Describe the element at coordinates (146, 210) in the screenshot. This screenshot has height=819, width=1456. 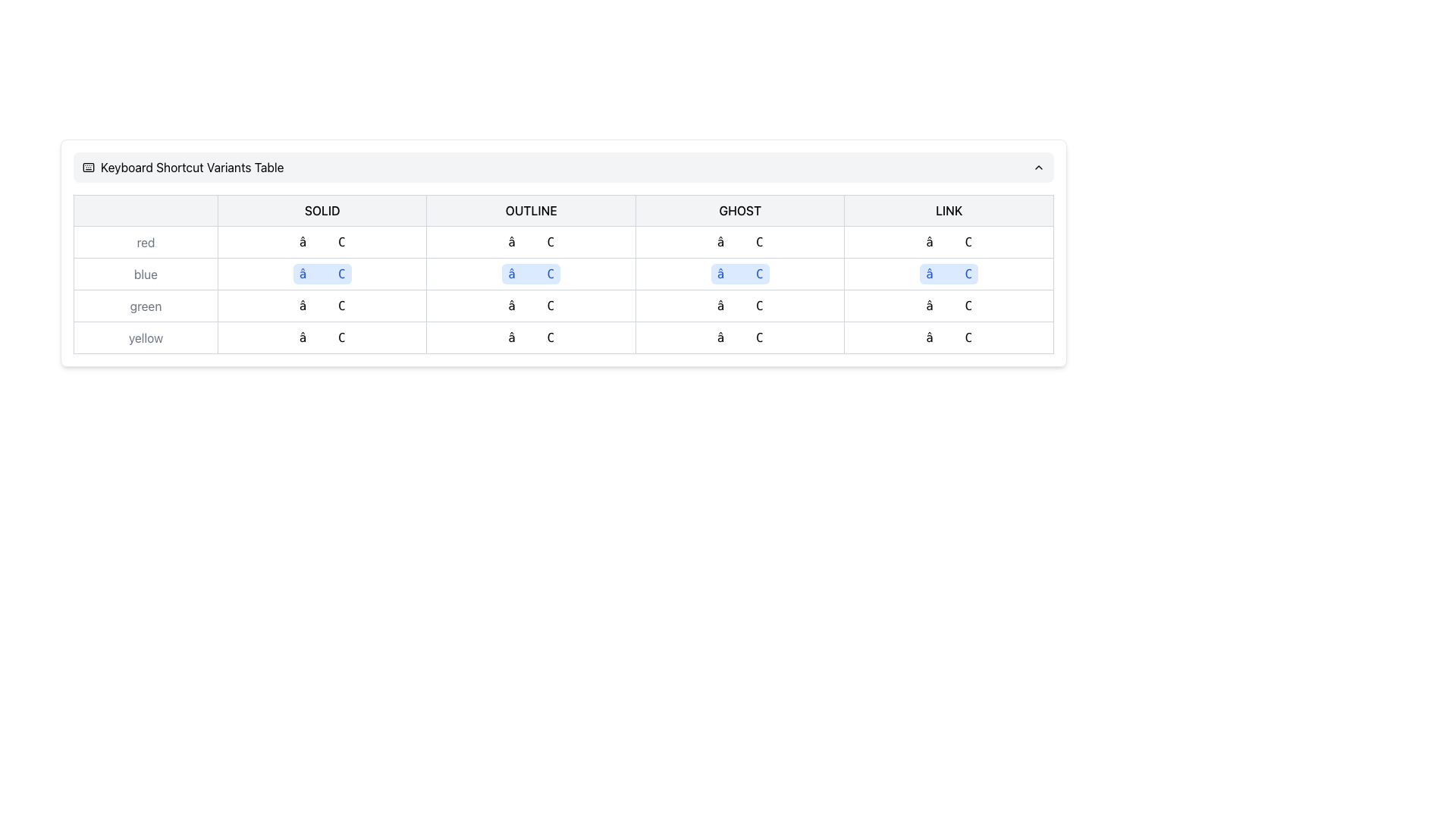
I see `the first rectangular placeholder box with a gray border in a horizontal layout of buttons, located on the far left` at that location.